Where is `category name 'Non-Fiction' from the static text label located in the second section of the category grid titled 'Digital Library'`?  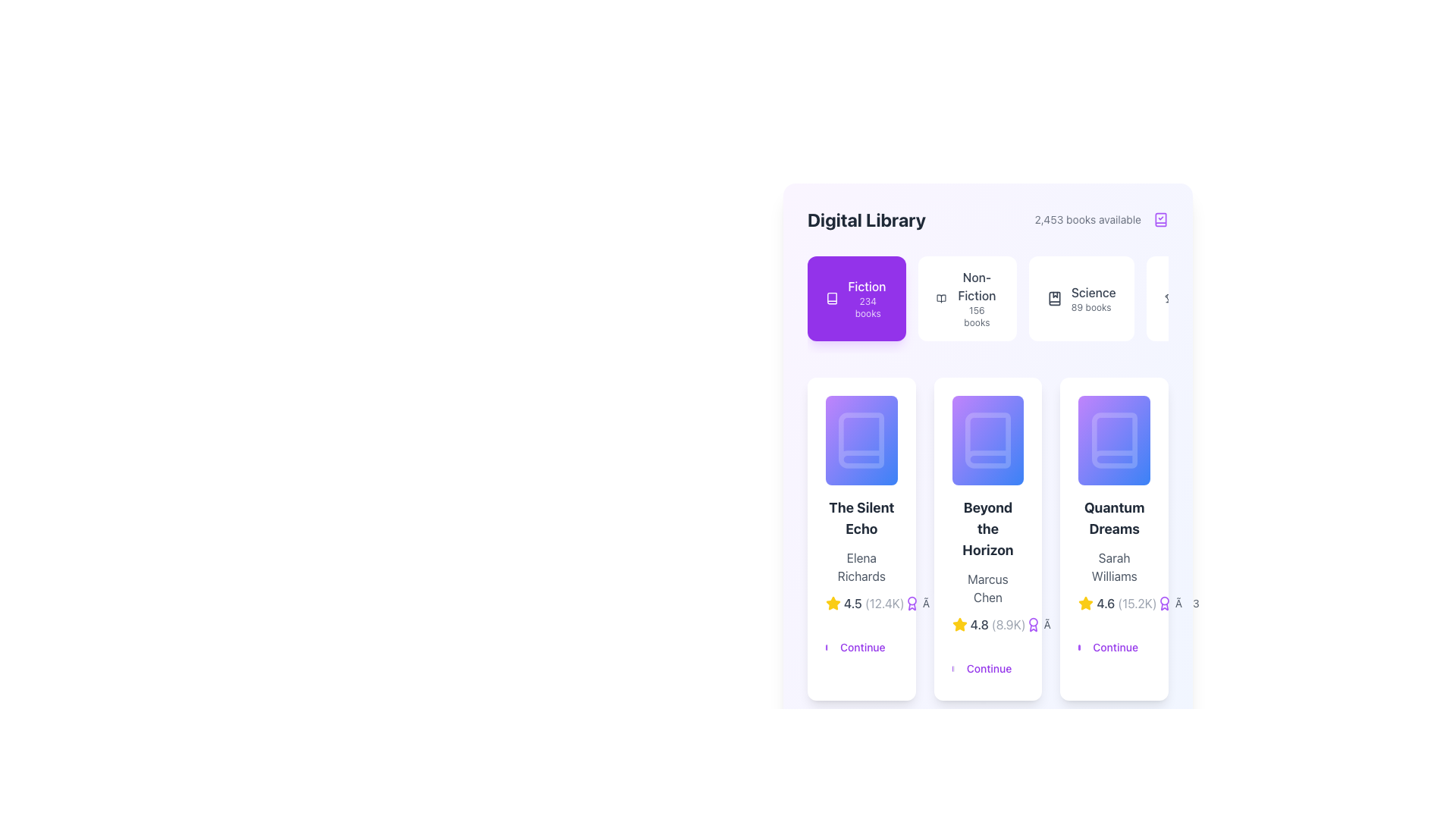 category name 'Non-Fiction' from the static text label located in the second section of the category grid titled 'Digital Library' is located at coordinates (977, 287).